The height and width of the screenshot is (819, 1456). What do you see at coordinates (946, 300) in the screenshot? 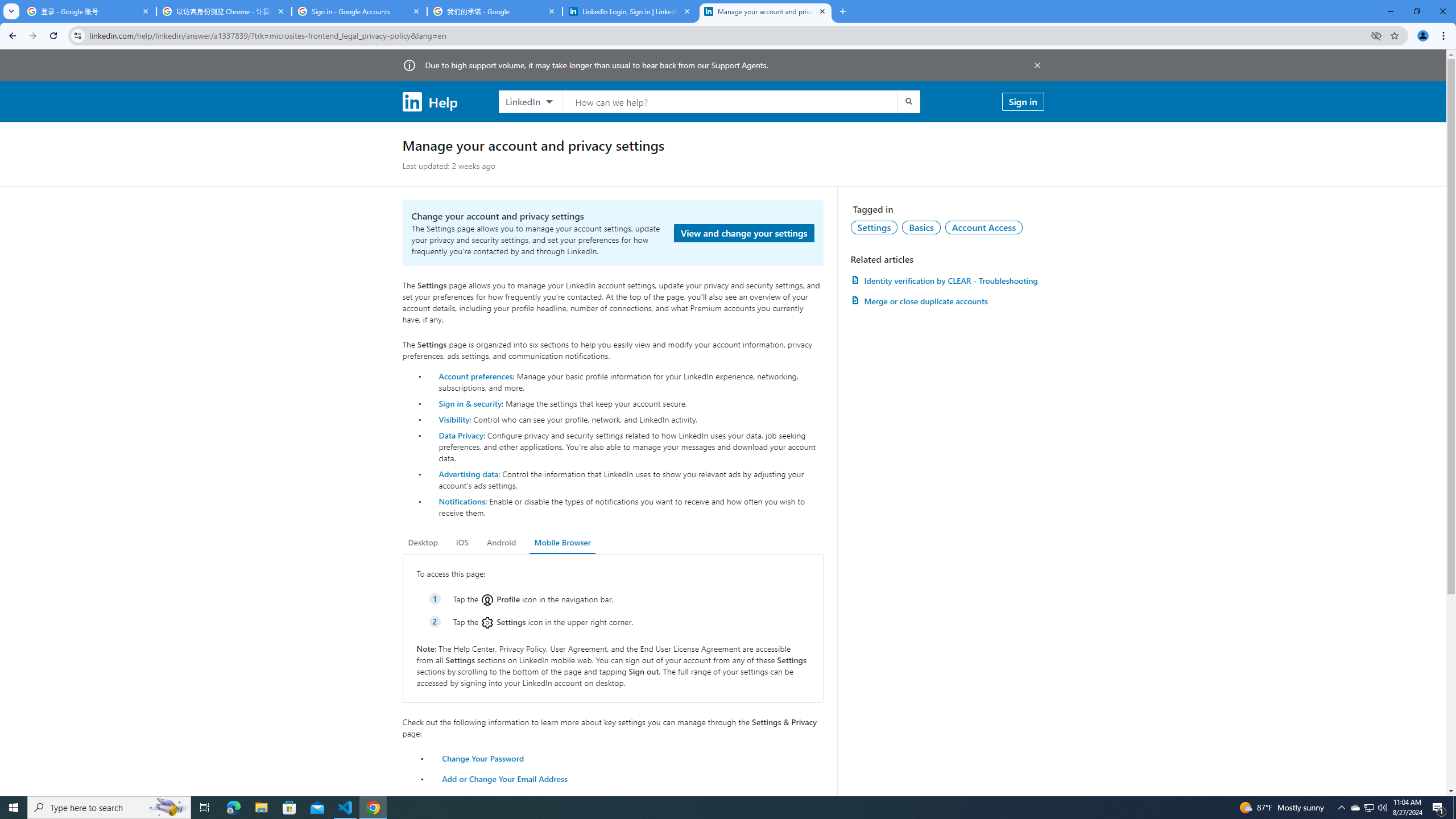
I see `'Merge or close duplicate accounts'` at bounding box center [946, 300].